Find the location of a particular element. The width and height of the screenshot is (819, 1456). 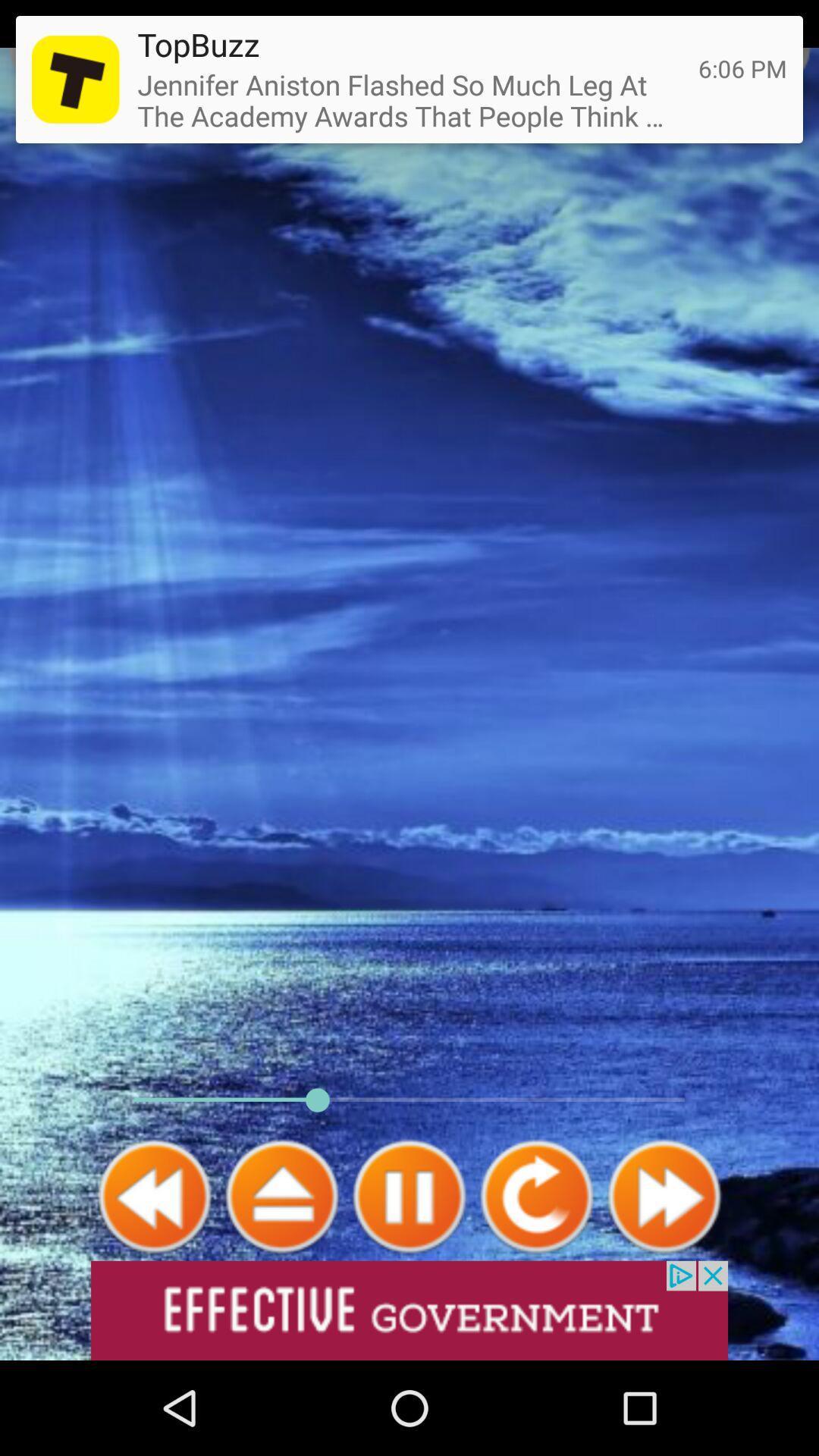

the pause icon is located at coordinates (409, 1280).